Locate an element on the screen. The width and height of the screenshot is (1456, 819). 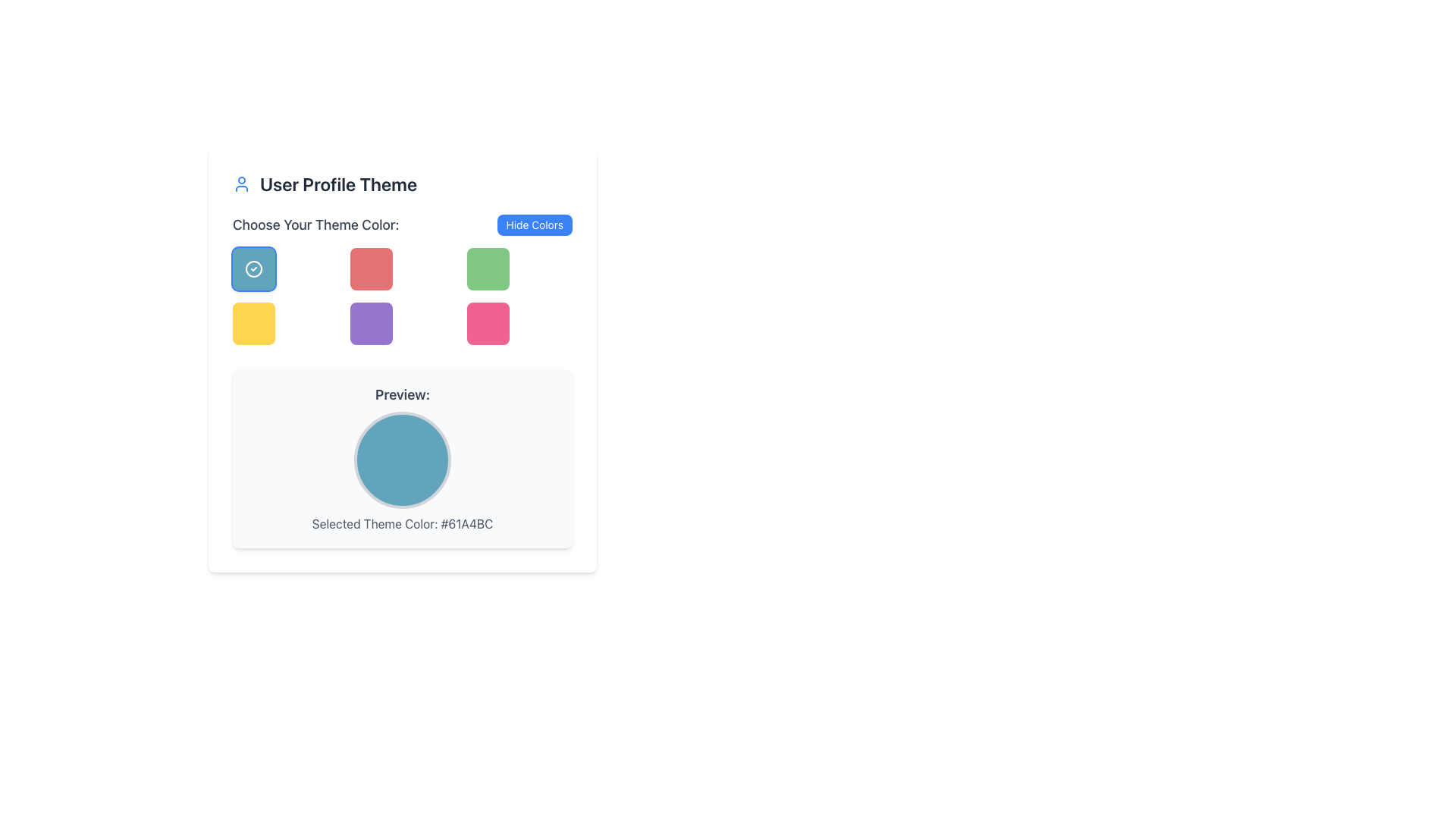
the button in the second row, first column of the three-by-three grid for choosing a theme color is located at coordinates (254, 323).